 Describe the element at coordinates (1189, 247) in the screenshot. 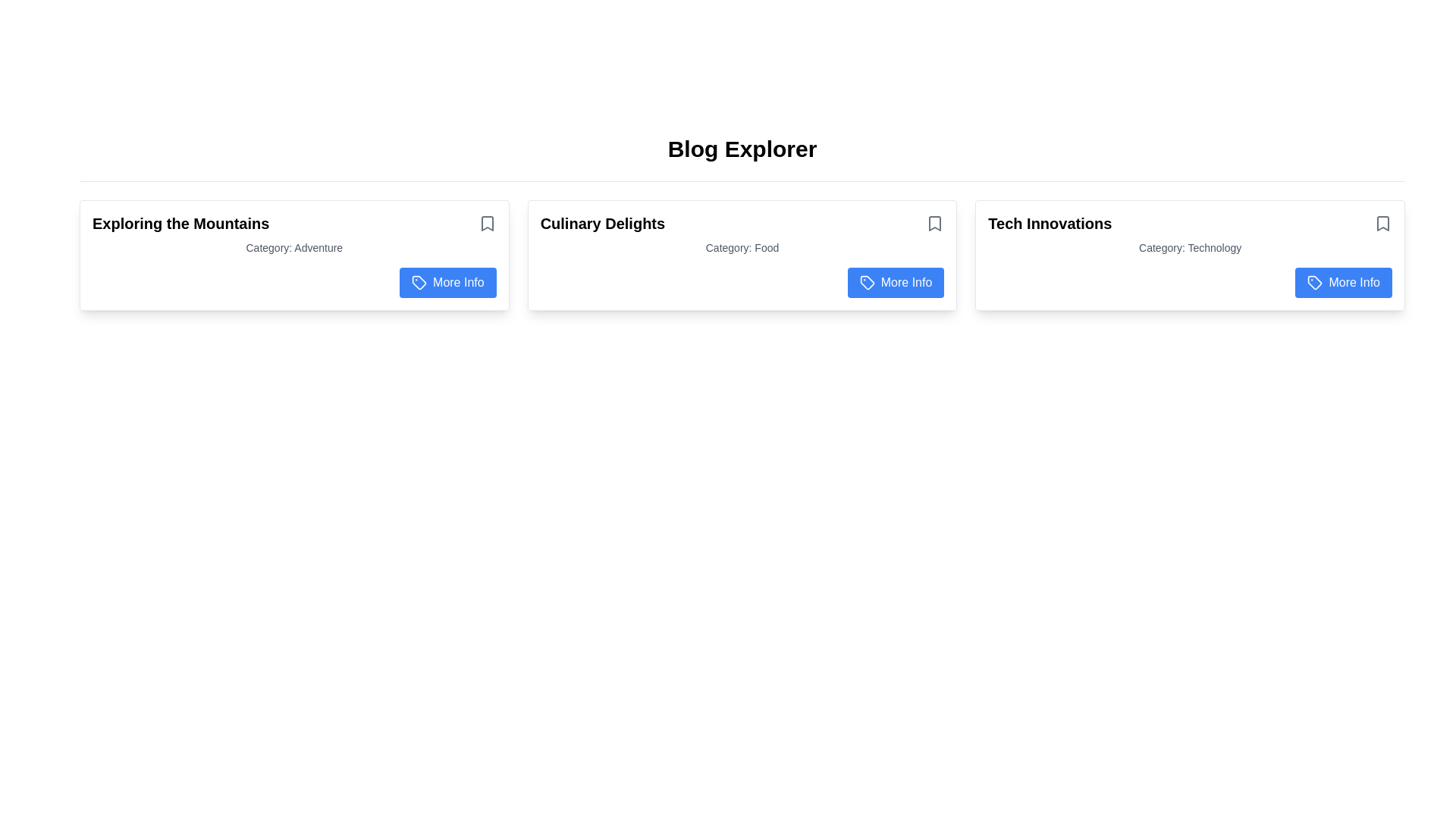

I see `text label reading 'Category: Technology', which is located below the title 'Tech Innovations' within the bordered card component` at that location.